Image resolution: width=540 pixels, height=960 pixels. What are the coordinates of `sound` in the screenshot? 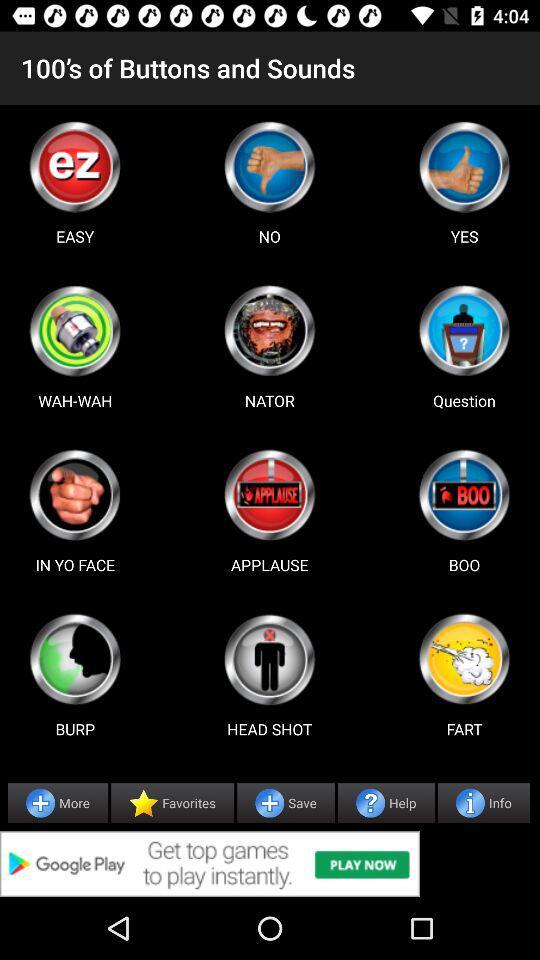 It's located at (74, 658).